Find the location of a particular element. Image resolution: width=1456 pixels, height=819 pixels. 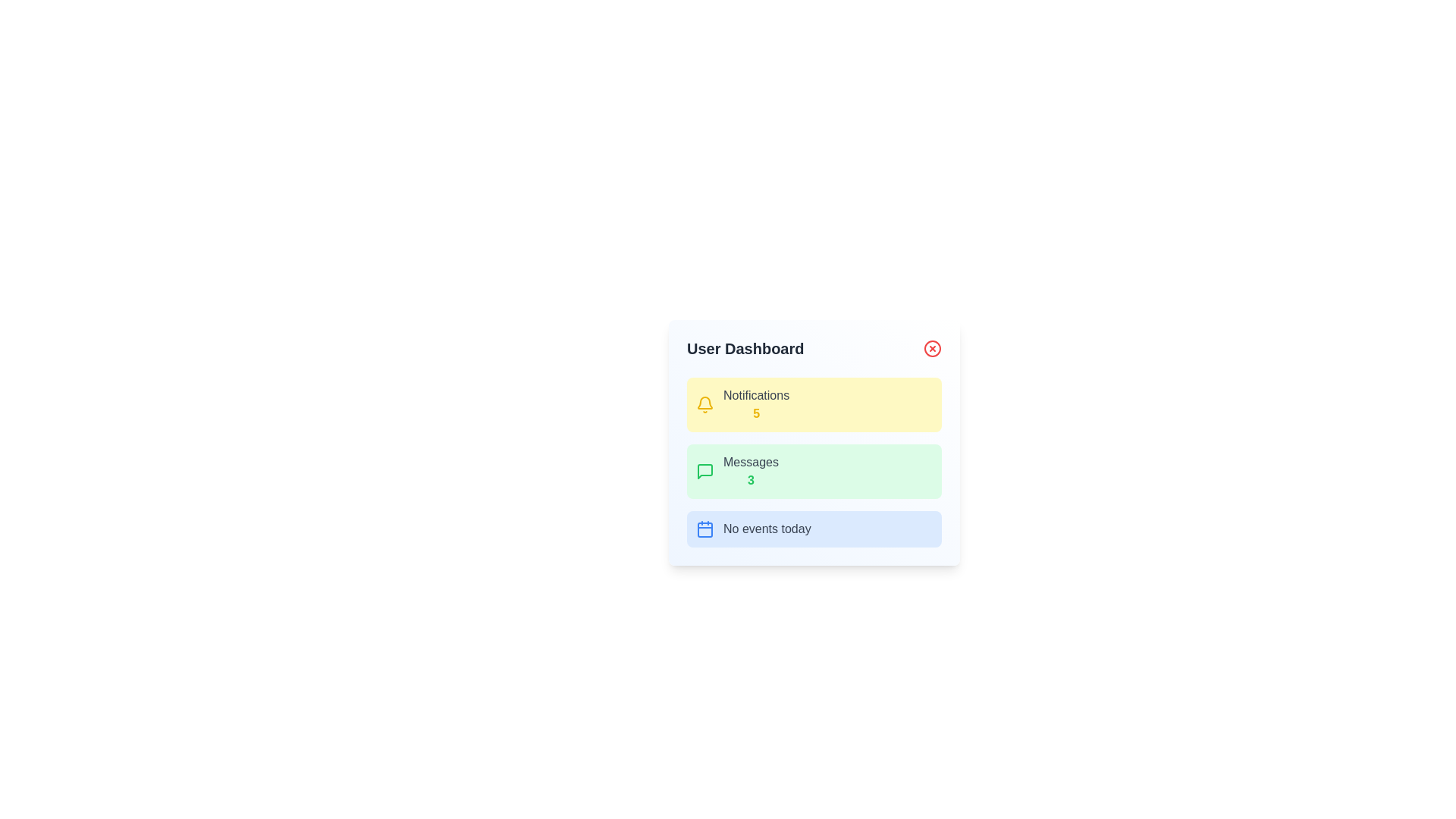

the notification bell icon located at the upper-left corner of the yellow 'Notifications' card in the 'User Dashboard' interface is located at coordinates (704, 402).